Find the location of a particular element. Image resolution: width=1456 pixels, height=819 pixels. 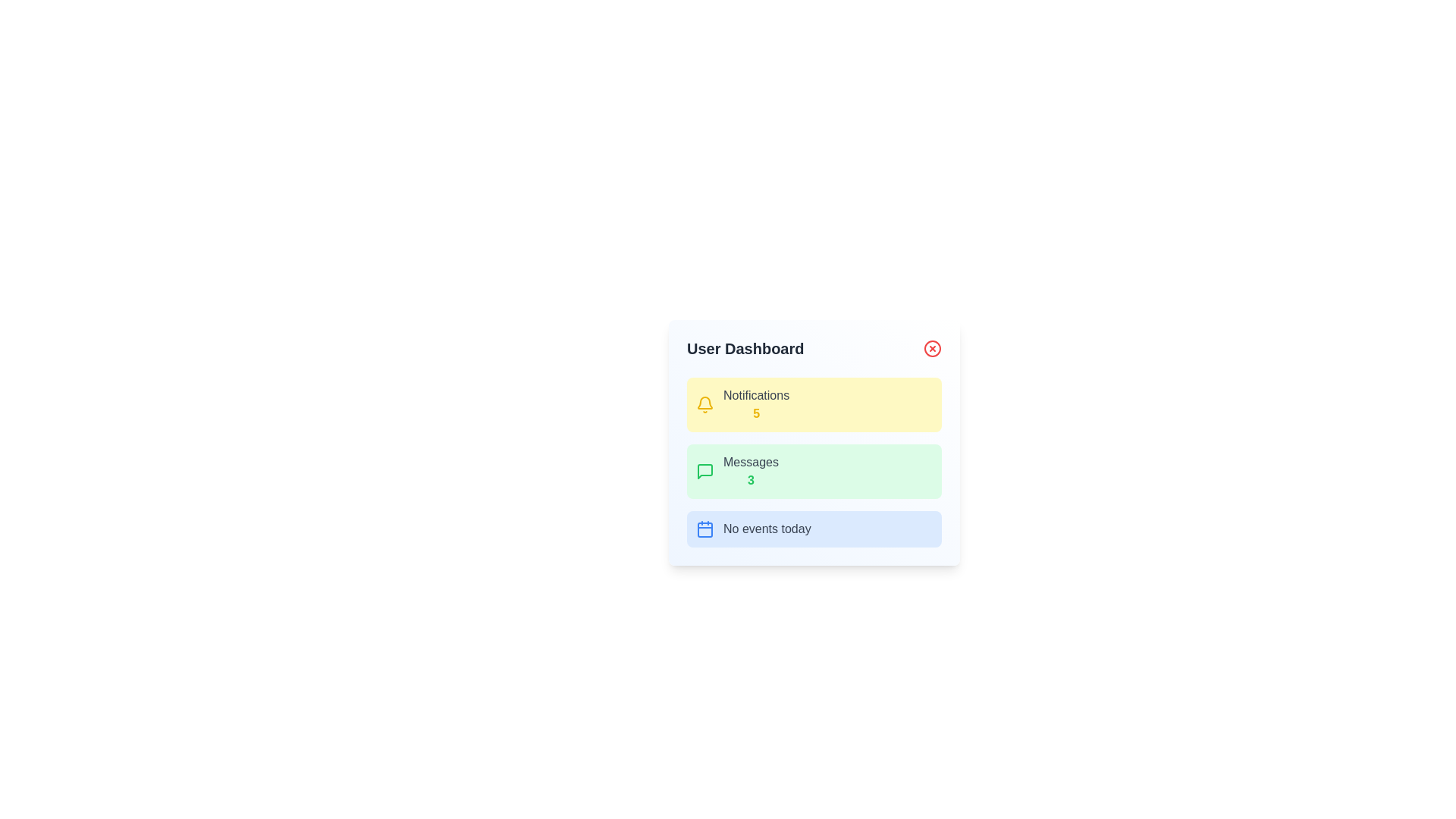

the notification bell icon located at the upper-left corner of the yellow 'Notifications' card in the 'User Dashboard' interface is located at coordinates (704, 402).